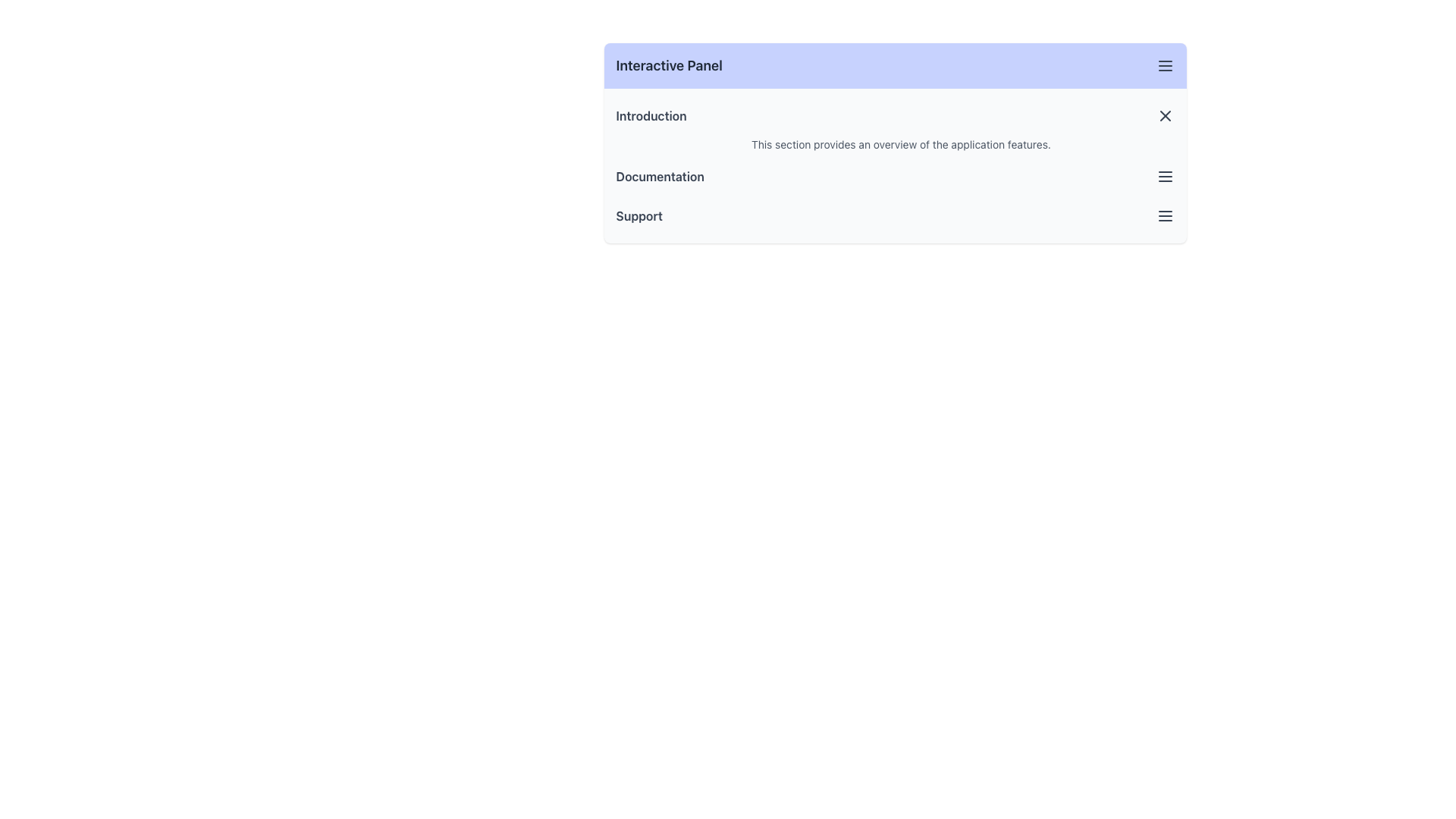 The image size is (1456, 819). What do you see at coordinates (668, 65) in the screenshot?
I see `text from the 'Interactive Panel' label, which is styled in bold and dark gray color, located at the top of the panel interface within a light indigo header` at bounding box center [668, 65].